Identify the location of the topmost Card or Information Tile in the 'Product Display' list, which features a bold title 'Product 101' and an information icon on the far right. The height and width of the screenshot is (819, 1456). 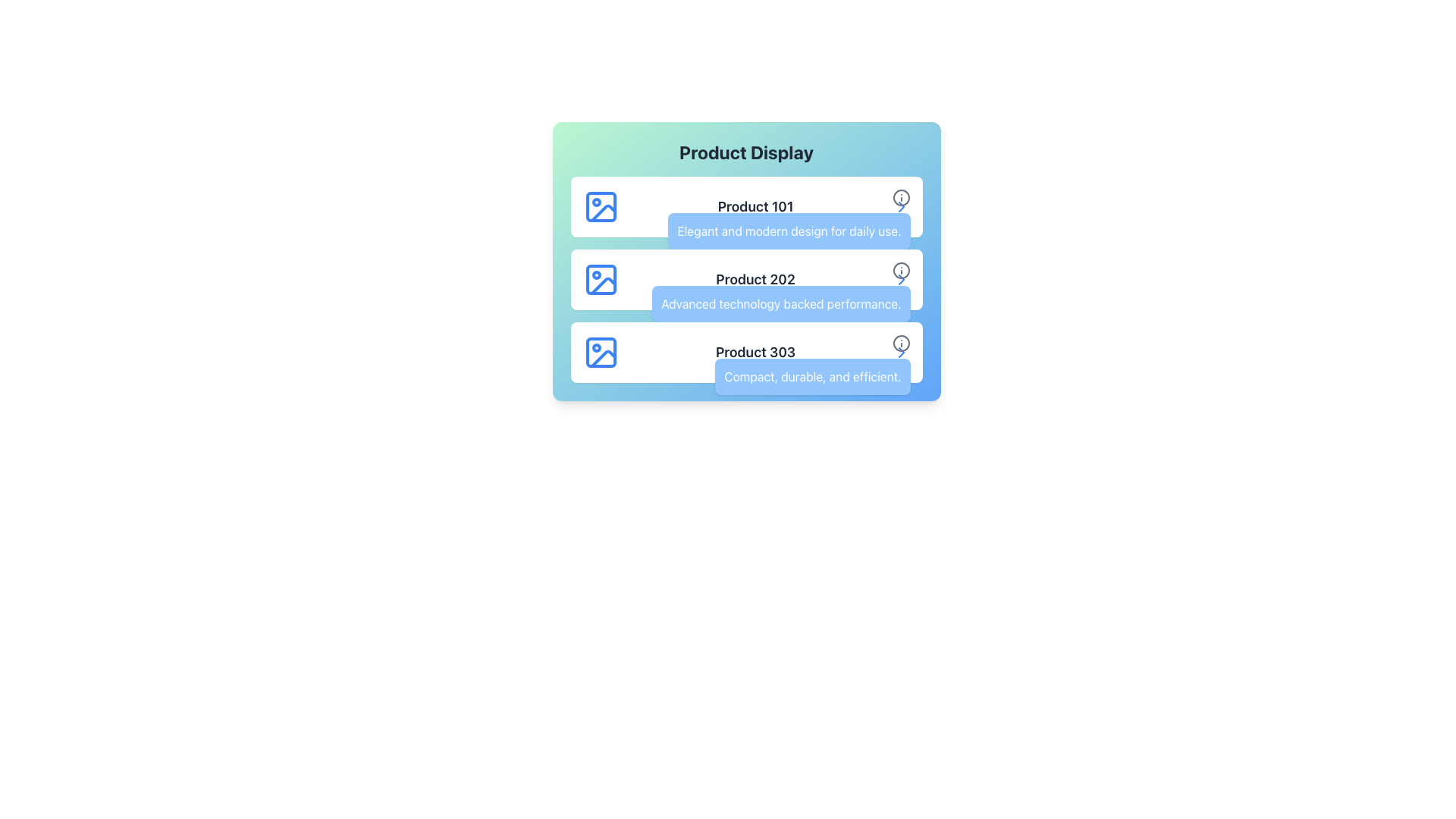
(746, 207).